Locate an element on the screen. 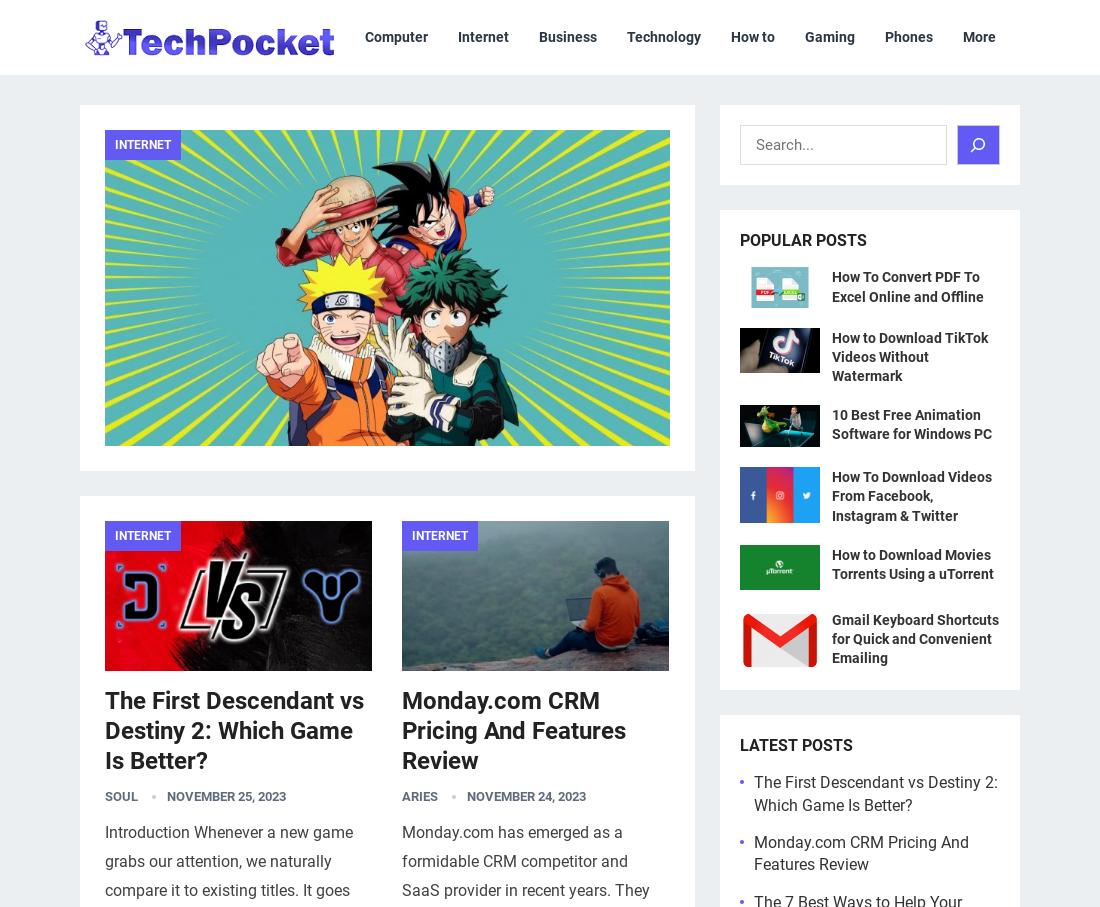 This screenshot has width=1100, height=907. 'Gaming' is located at coordinates (114, 470).